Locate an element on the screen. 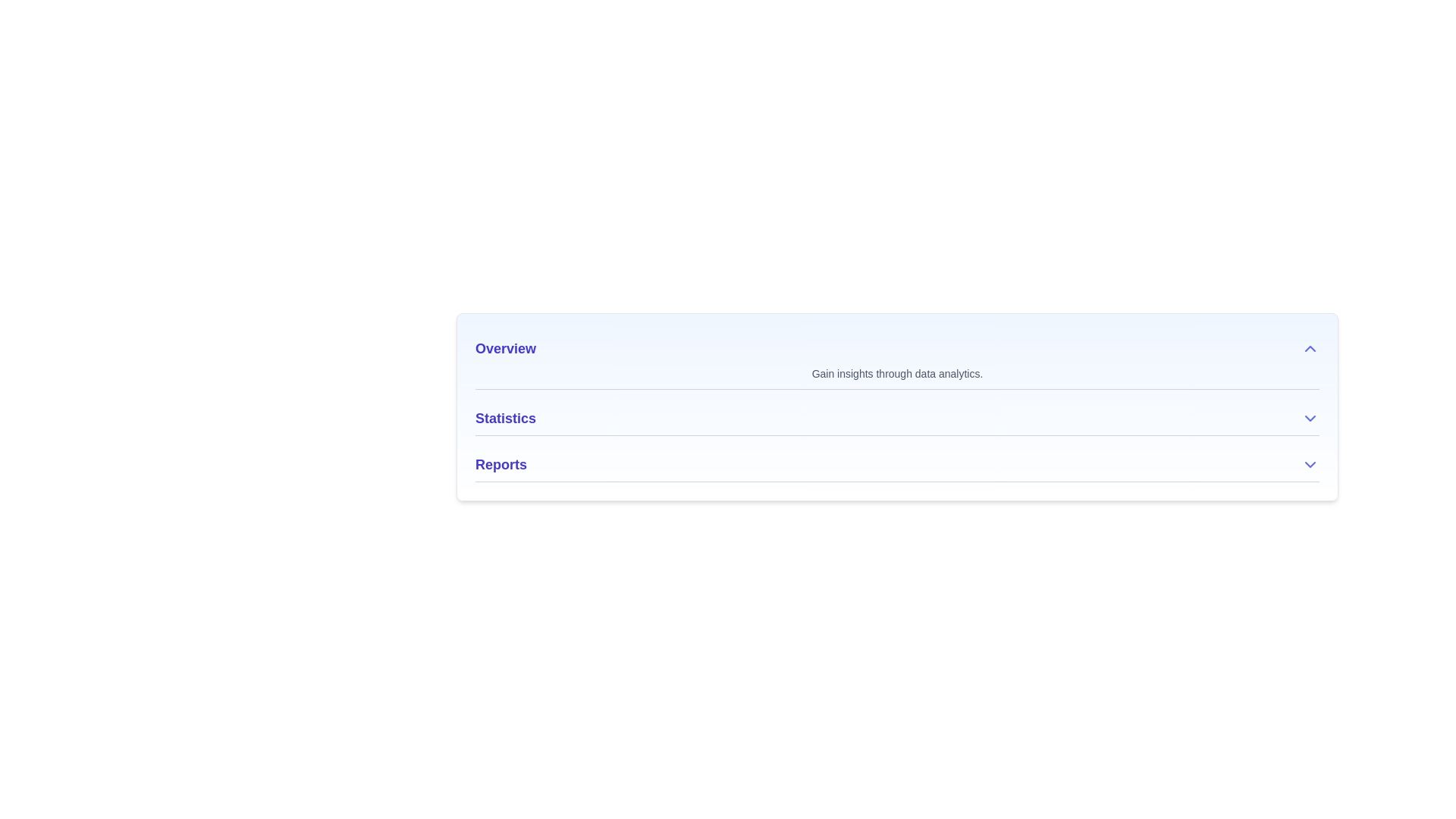 This screenshot has width=1456, height=819. the text label that guides the user to the section associated with statistical data, positioned below 'Overview' and above 'Reports' is located at coordinates (506, 418).